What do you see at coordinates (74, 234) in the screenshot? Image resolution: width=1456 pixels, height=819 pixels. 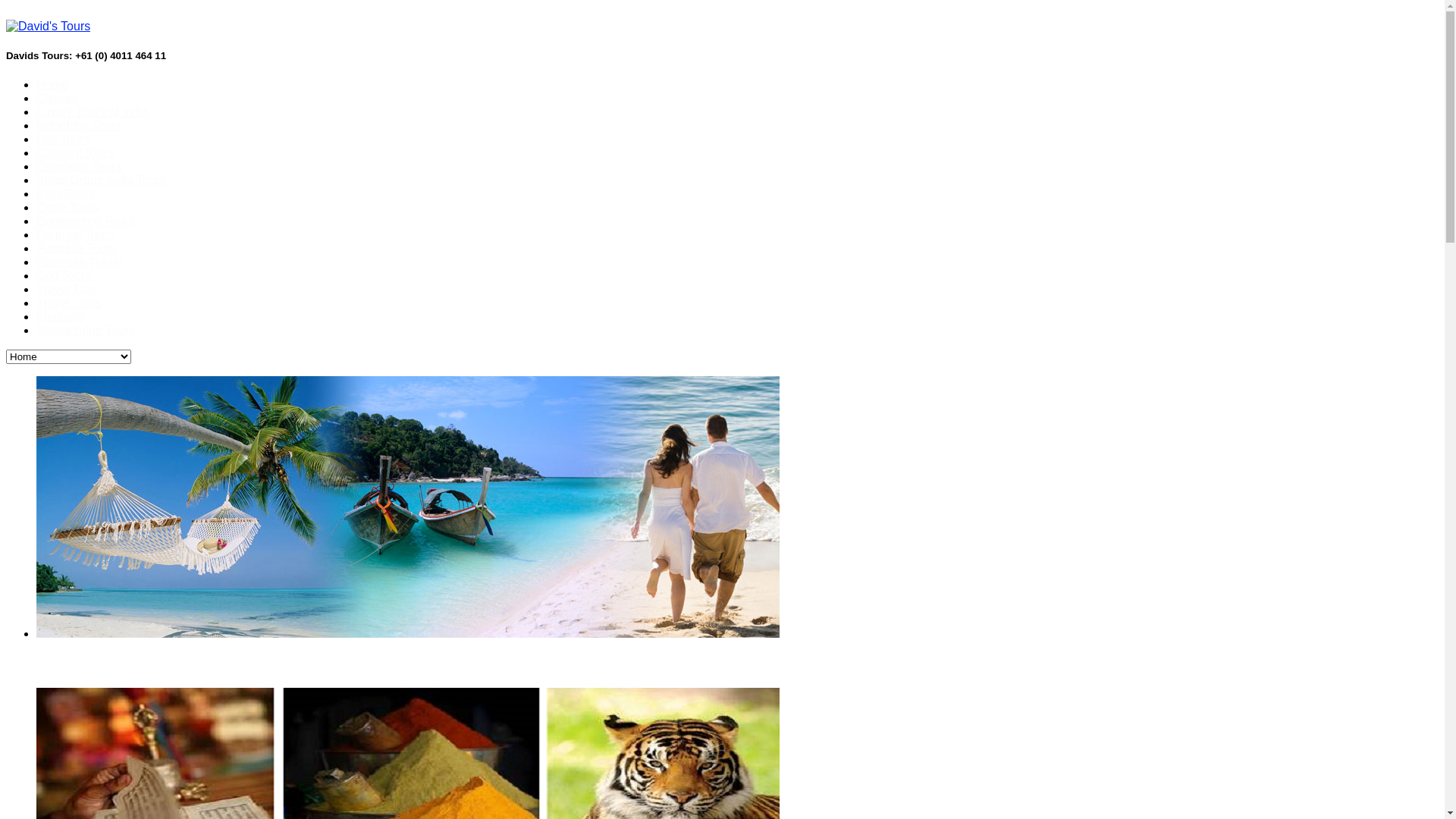 I see `'Portugal Tours'` at bounding box center [74, 234].